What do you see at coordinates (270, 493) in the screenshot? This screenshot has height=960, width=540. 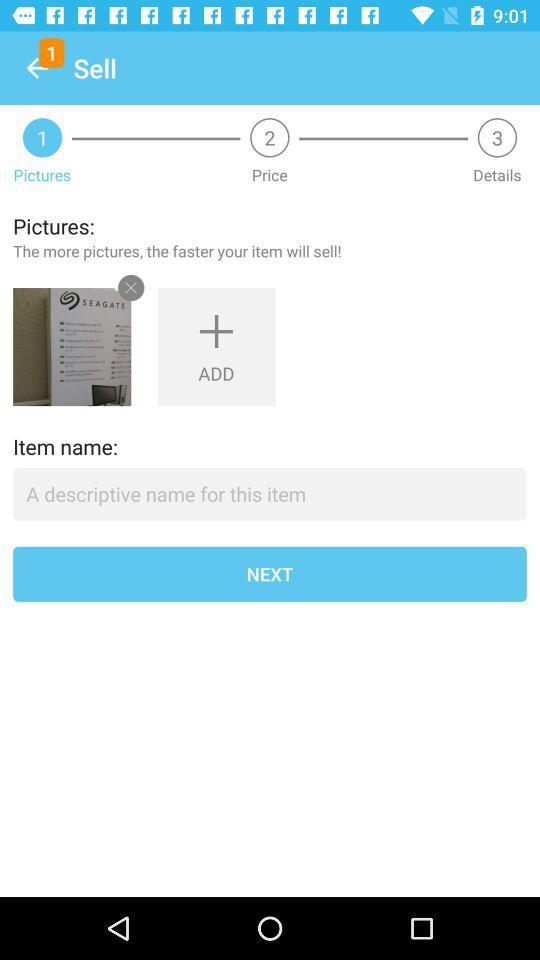 I see `item above next item` at bounding box center [270, 493].